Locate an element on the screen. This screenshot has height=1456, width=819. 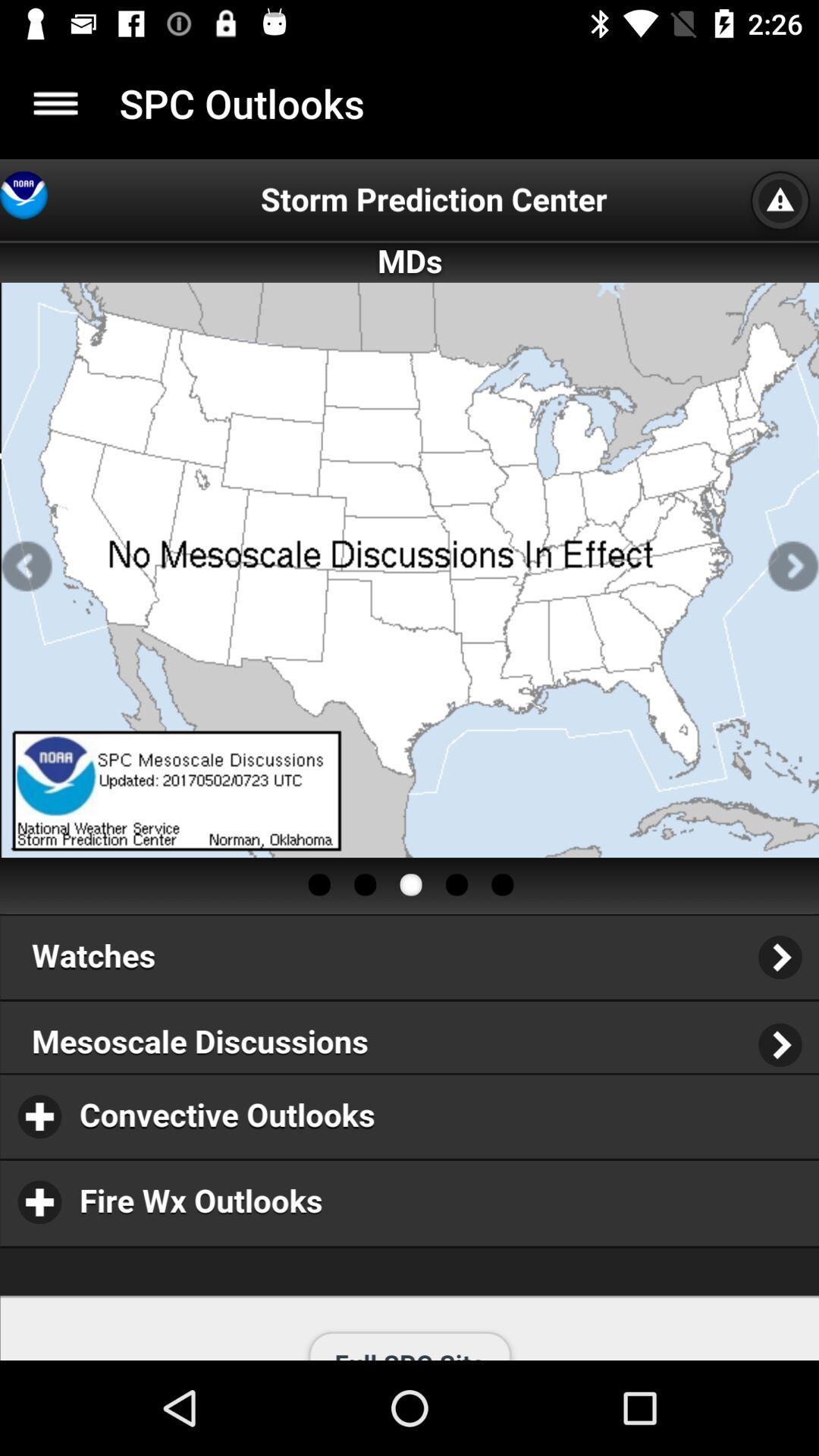
item to the left of the spc outlooks is located at coordinates (55, 102).